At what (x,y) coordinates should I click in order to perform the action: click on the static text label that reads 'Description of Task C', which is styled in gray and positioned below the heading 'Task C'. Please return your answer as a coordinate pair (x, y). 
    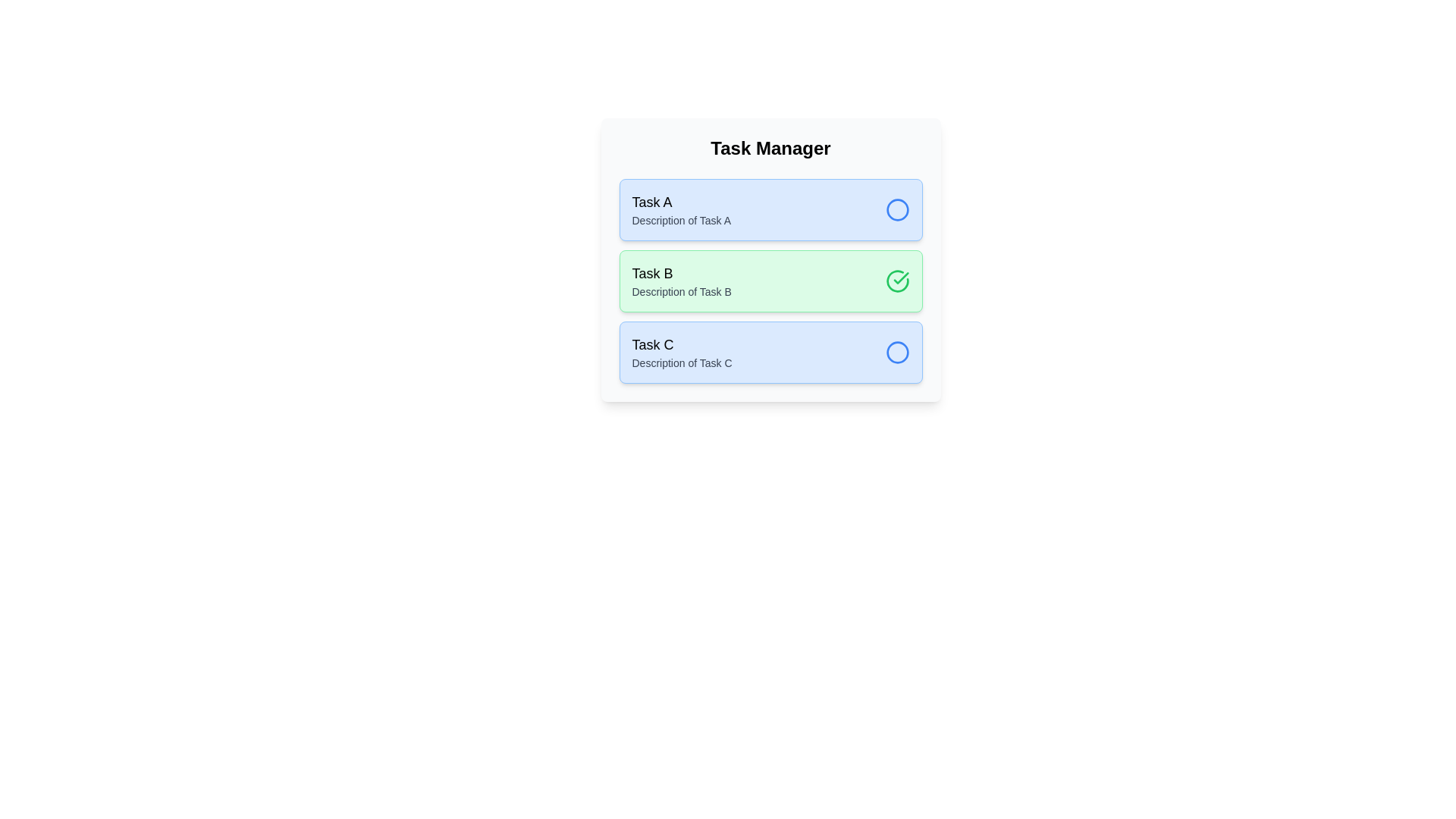
    Looking at the image, I should click on (681, 362).